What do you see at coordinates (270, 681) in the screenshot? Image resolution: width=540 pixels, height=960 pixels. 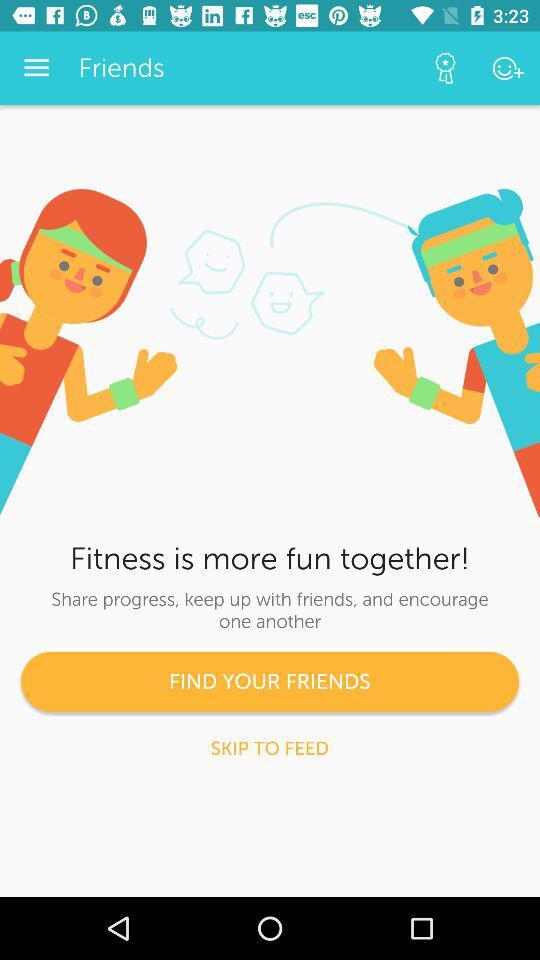 I see `find your friends` at bounding box center [270, 681].